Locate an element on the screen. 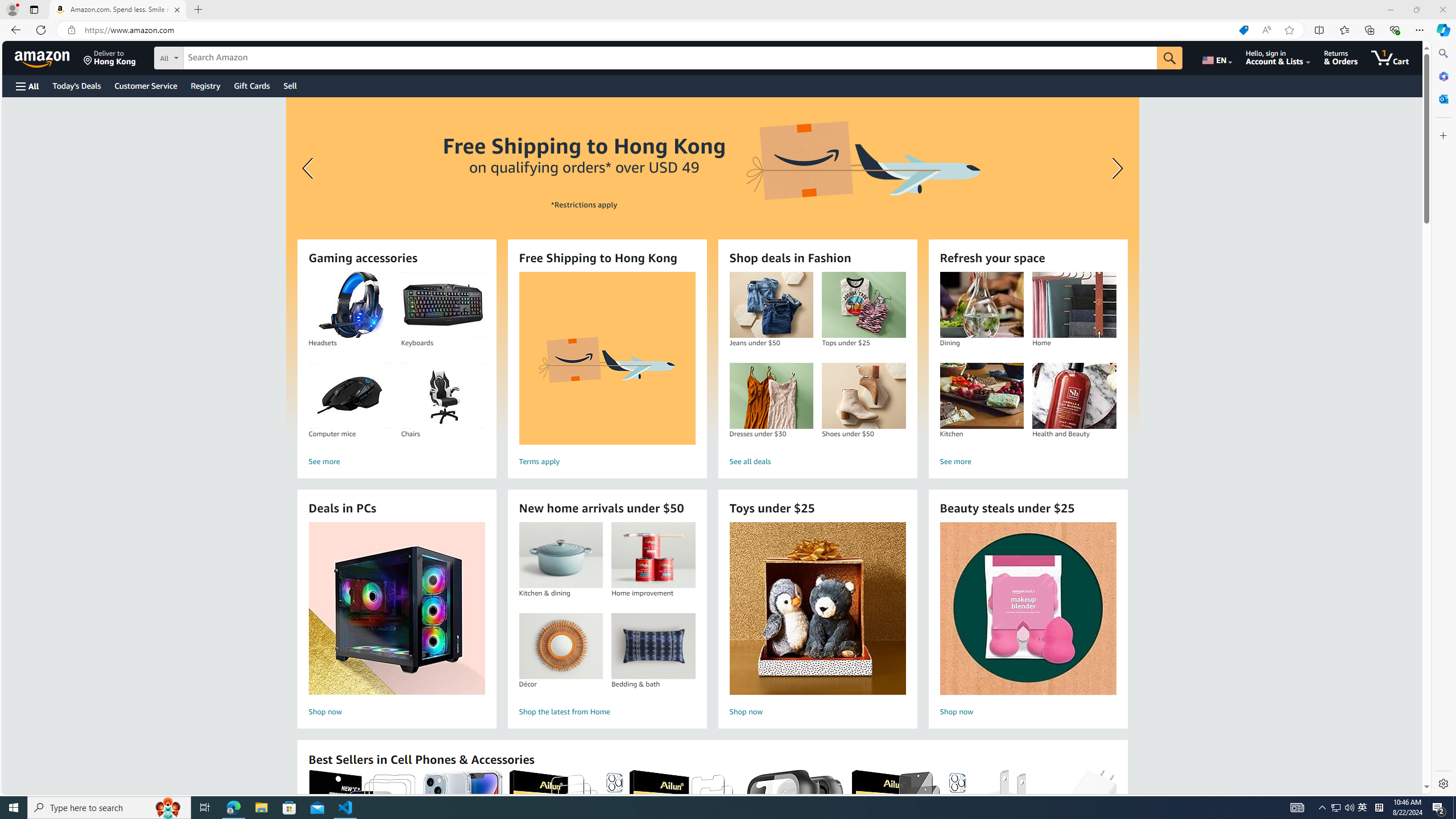 The width and height of the screenshot is (1456, 819). 'Refresh' is located at coordinates (40, 29).